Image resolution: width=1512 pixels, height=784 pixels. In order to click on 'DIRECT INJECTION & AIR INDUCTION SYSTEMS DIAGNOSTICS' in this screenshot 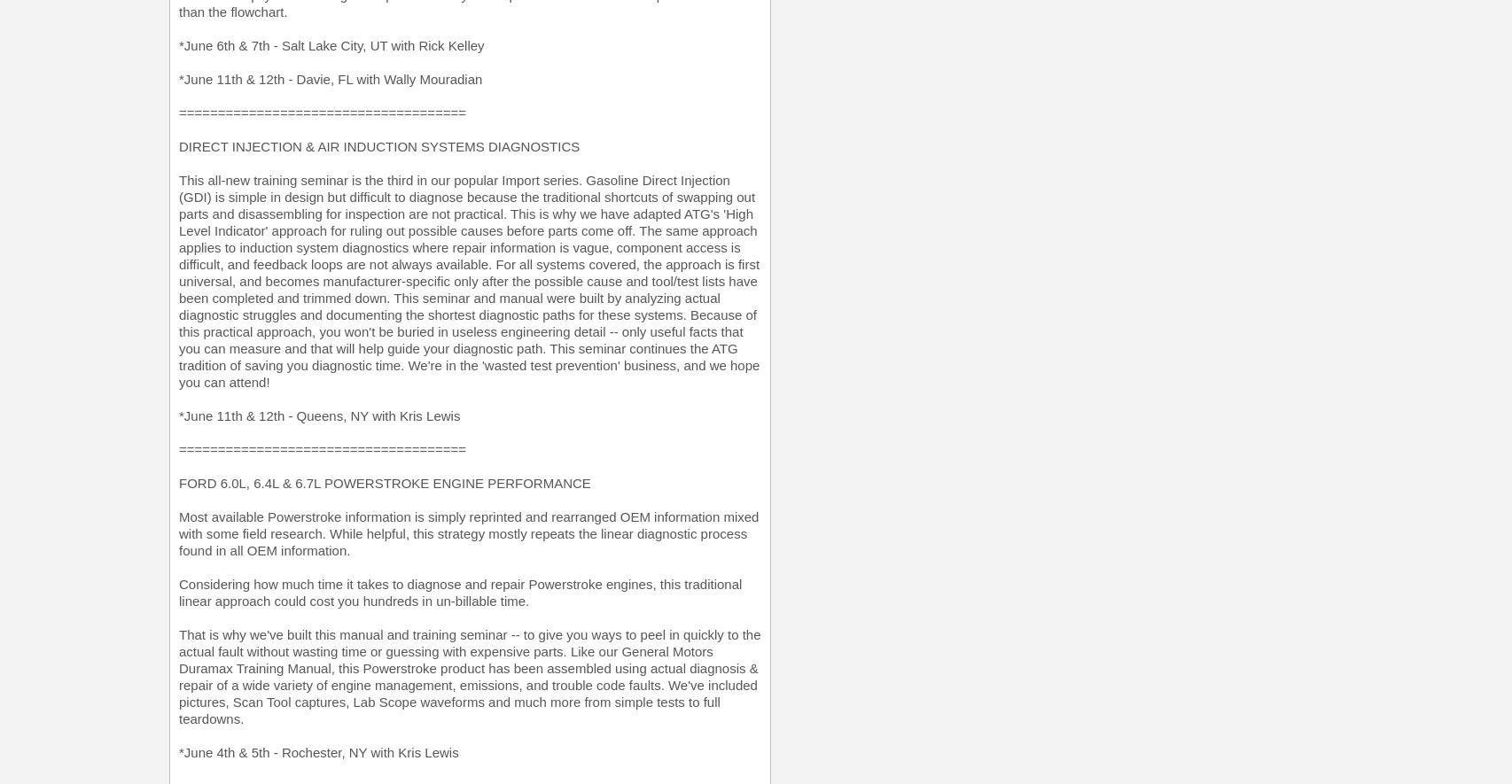, I will do `click(378, 146)`.